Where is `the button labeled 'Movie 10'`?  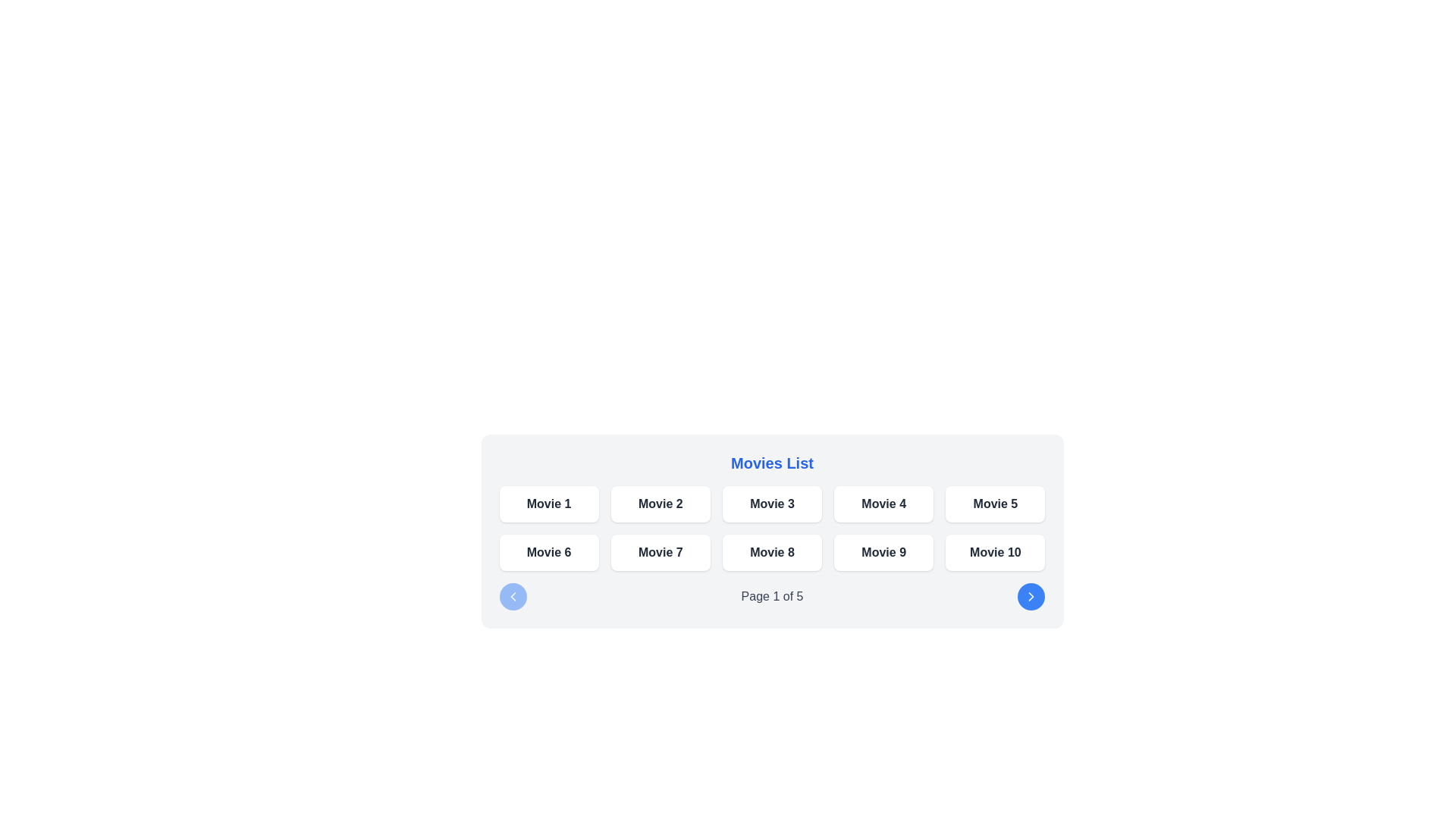
the button labeled 'Movie 10' is located at coordinates (995, 553).